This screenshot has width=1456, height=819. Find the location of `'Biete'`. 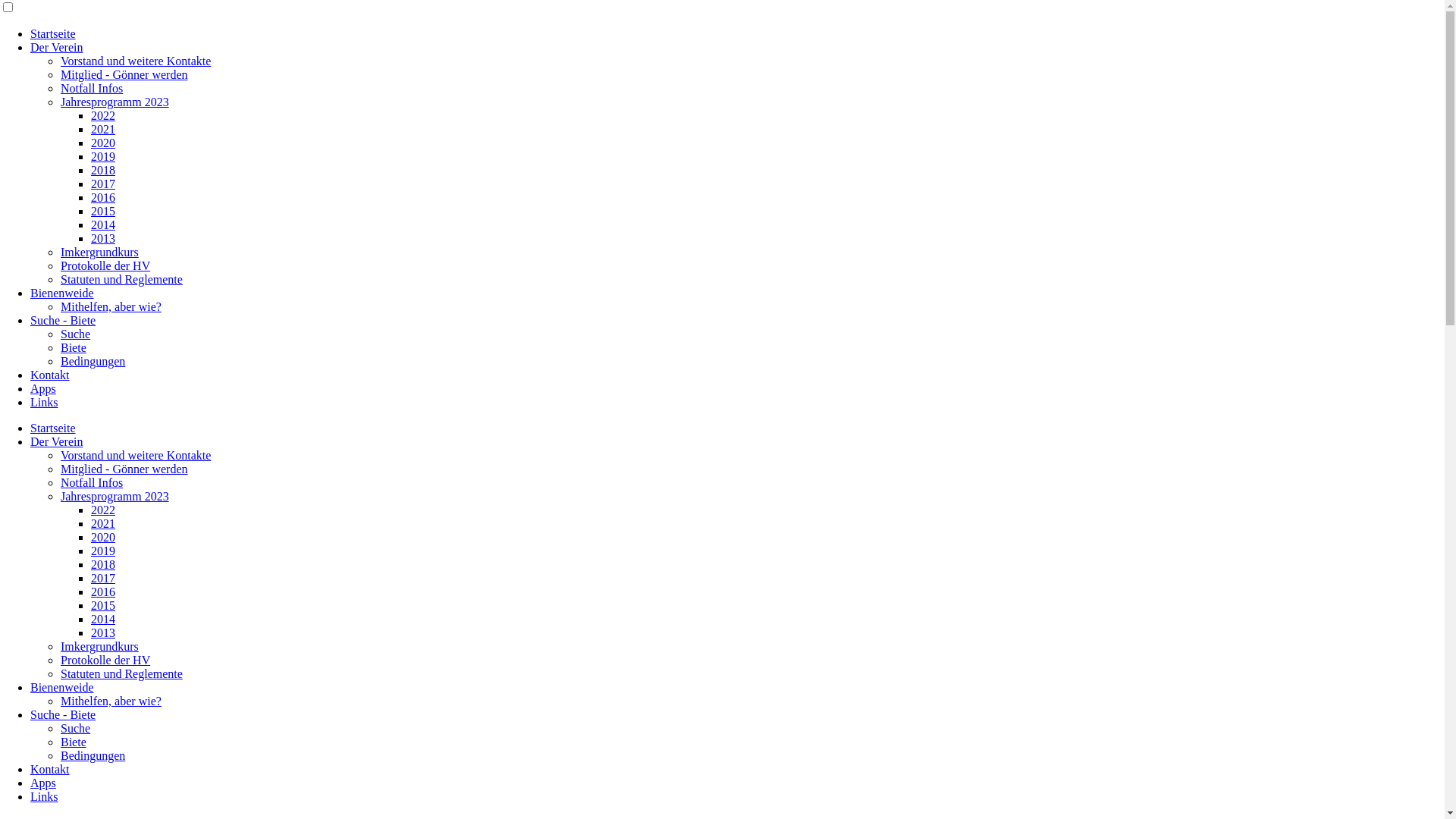

'Biete' is located at coordinates (72, 741).